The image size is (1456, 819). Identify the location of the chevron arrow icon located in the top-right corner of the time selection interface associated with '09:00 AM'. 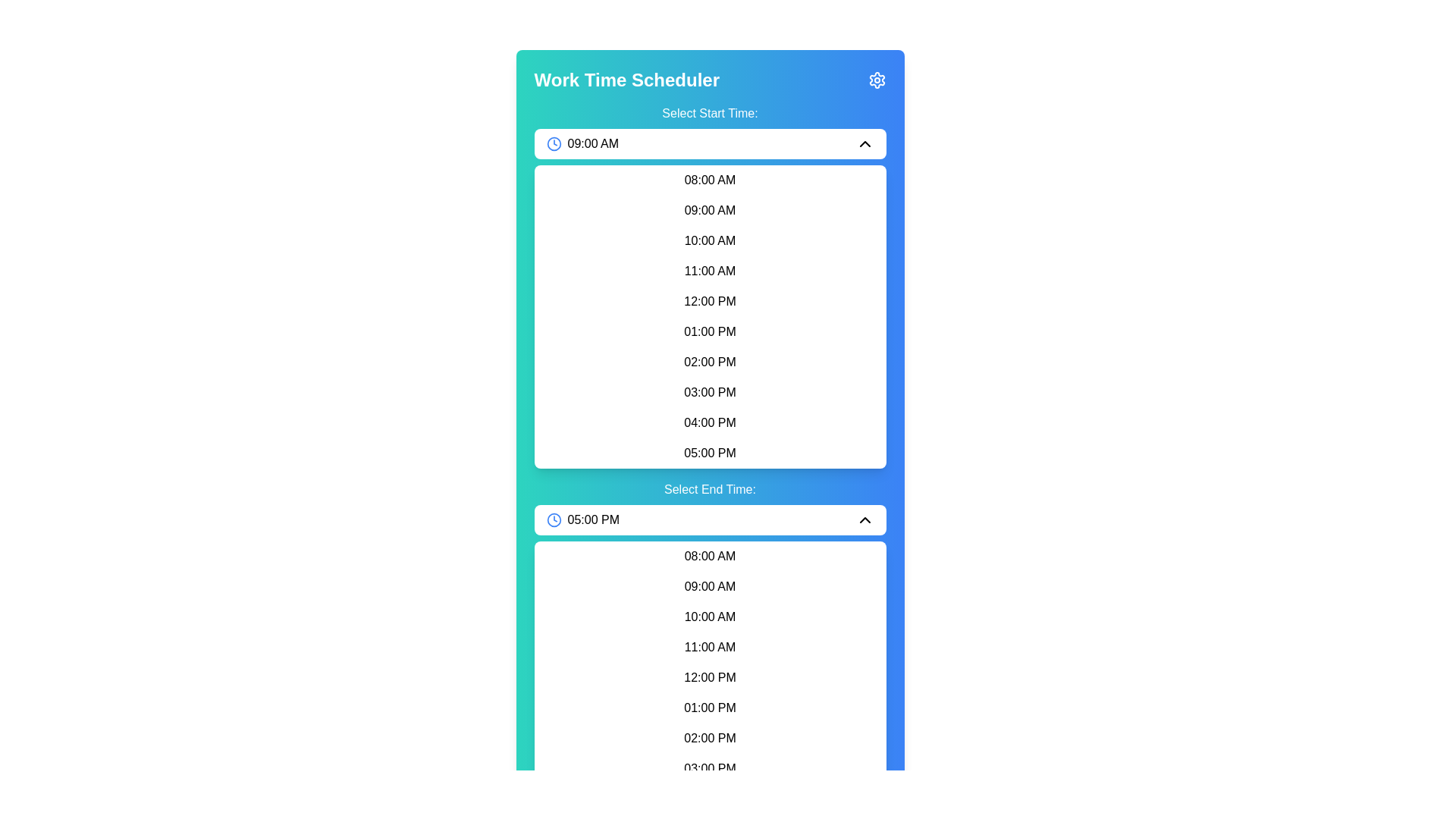
(864, 143).